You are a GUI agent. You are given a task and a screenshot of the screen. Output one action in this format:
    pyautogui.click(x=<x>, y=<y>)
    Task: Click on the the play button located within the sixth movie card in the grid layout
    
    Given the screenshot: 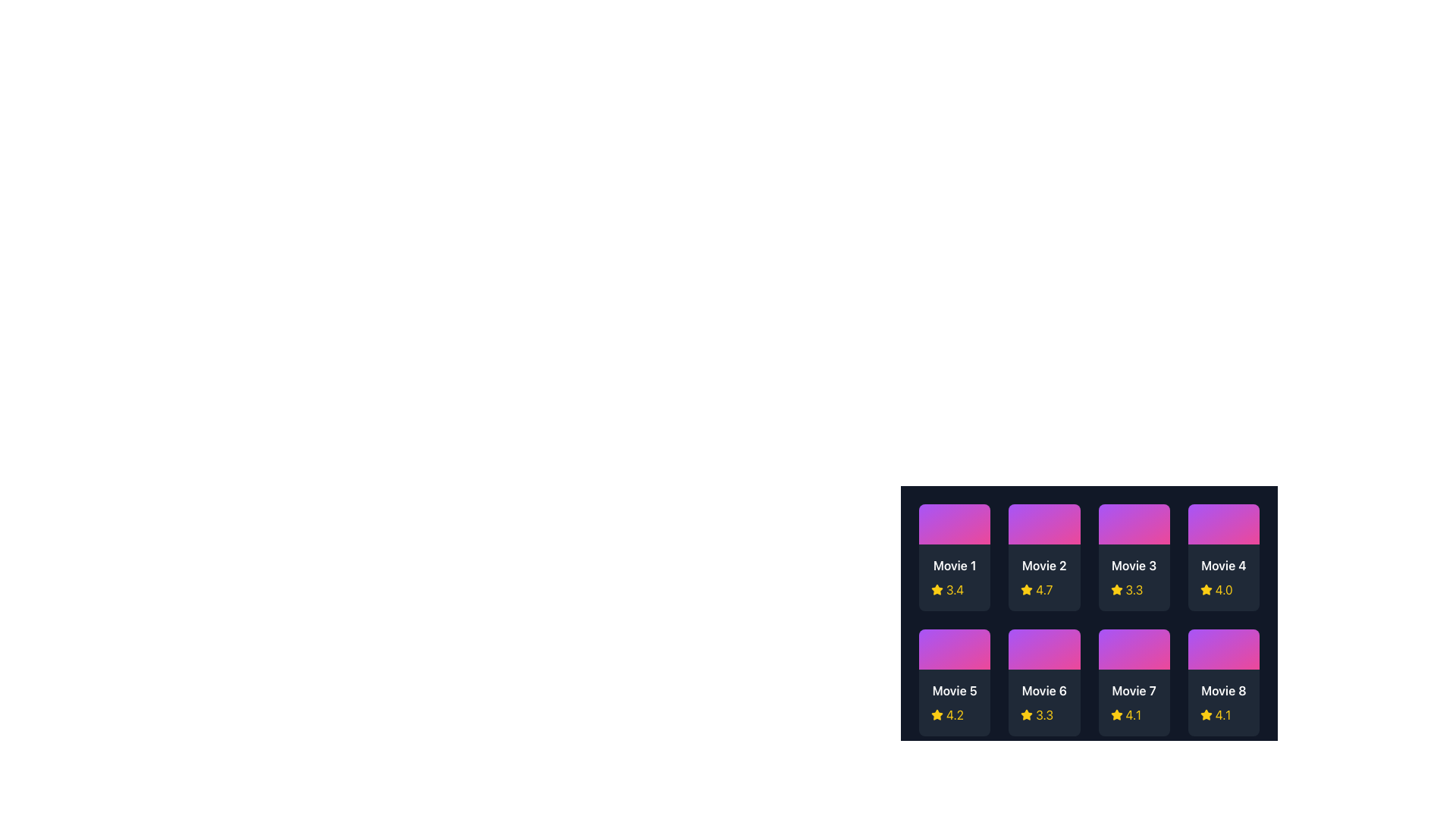 What is the action you would take?
    pyautogui.click(x=1045, y=648)
    